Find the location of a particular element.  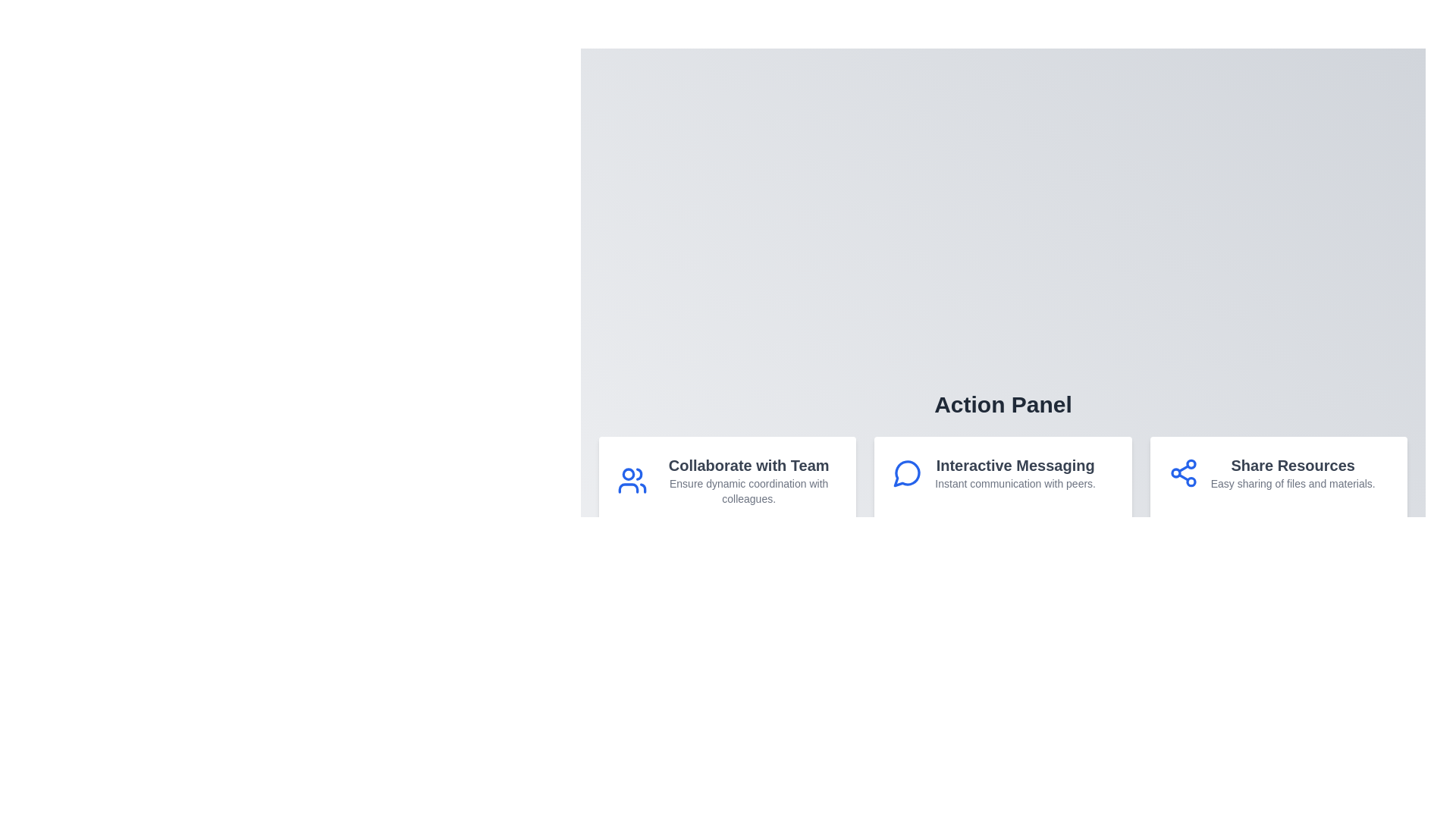

the static text element stating 'Easy sharing of files and materials.' located near the bottom-right corner of the interface is located at coordinates (1292, 483).